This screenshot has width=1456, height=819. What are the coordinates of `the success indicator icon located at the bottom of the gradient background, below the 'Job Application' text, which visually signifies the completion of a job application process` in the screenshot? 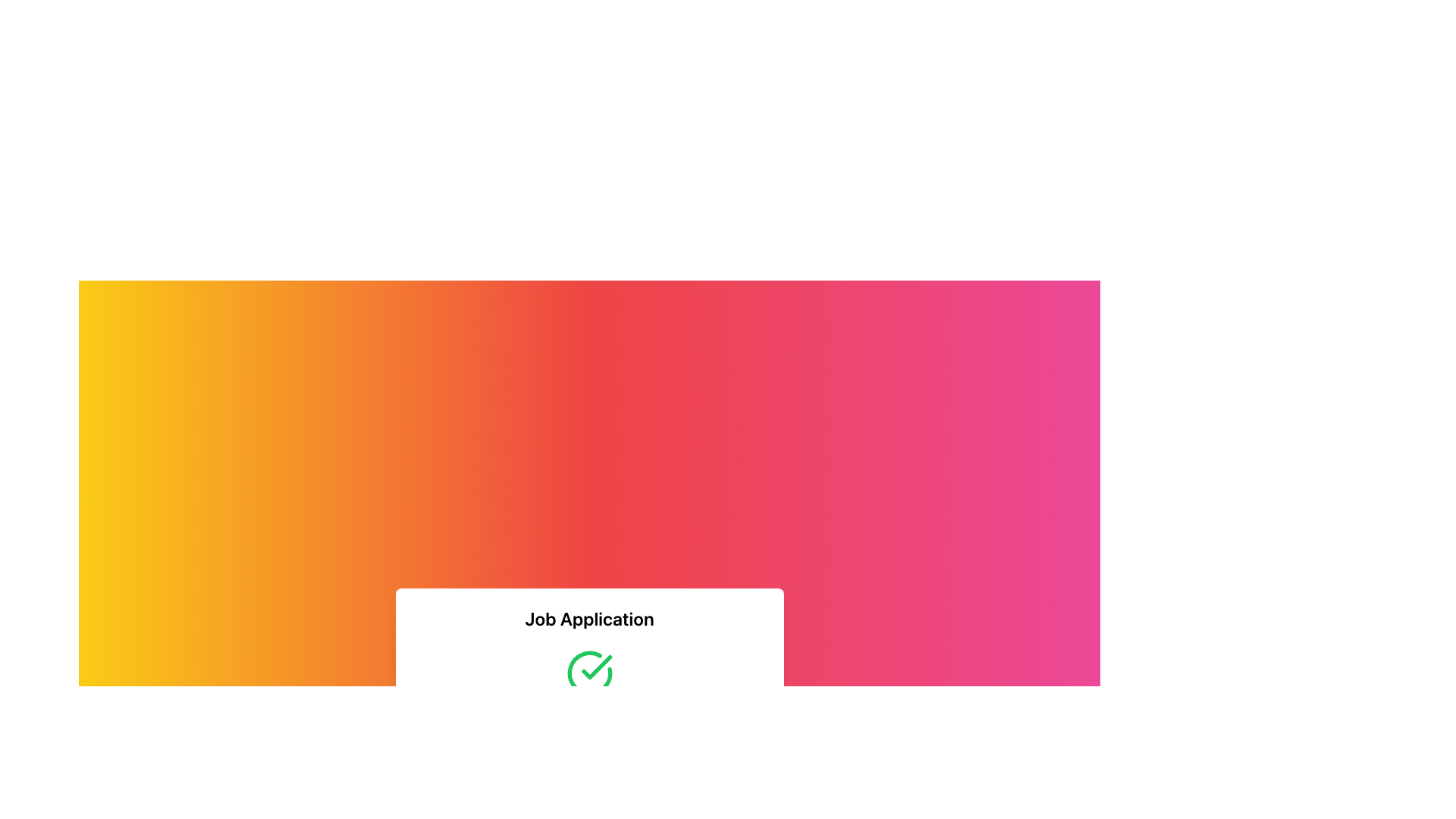 It's located at (588, 672).